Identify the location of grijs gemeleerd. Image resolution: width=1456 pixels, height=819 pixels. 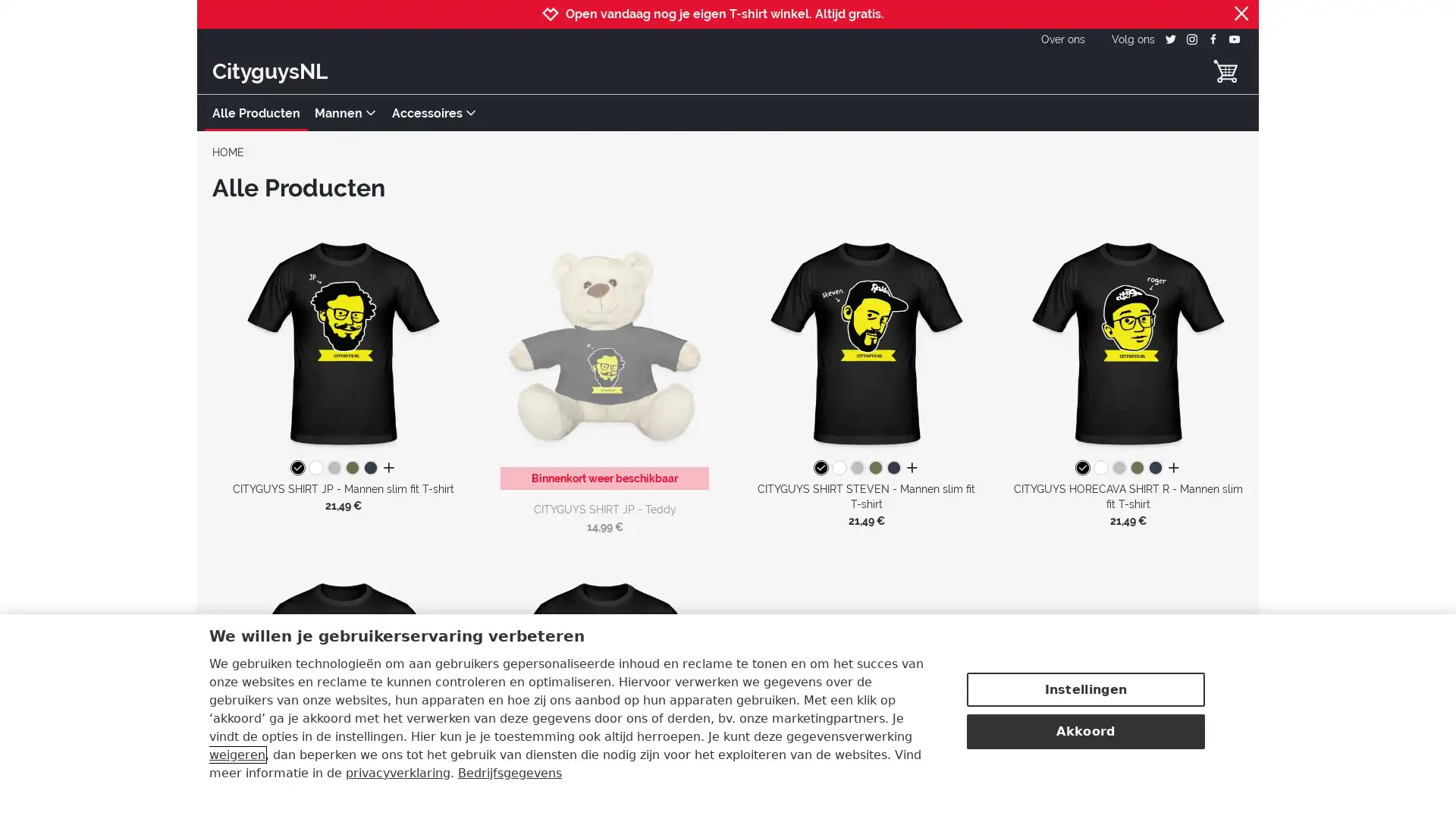
(1118, 468).